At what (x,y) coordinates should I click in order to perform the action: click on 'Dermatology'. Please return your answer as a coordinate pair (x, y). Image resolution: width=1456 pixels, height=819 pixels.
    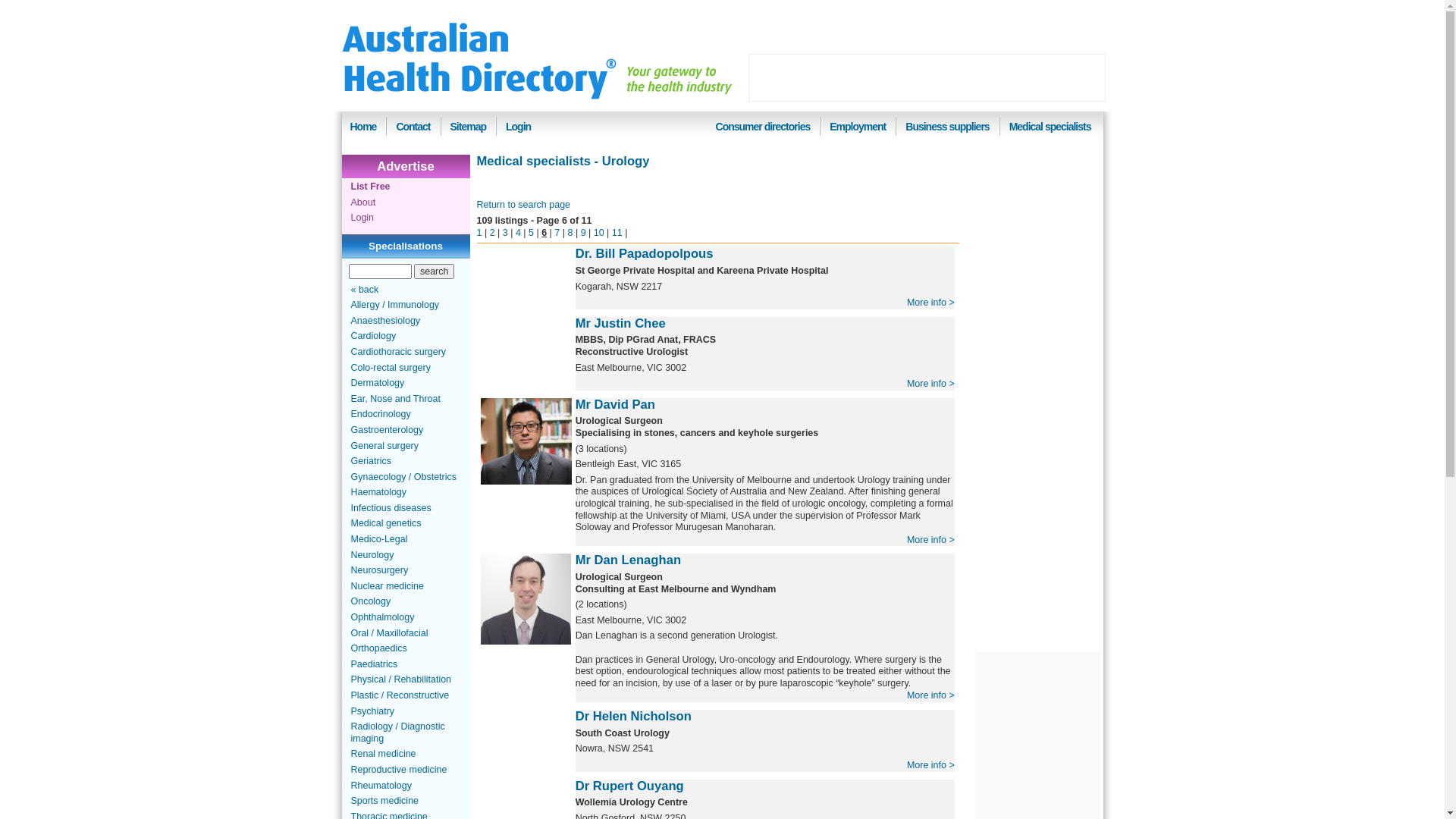
    Looking at the image, I should click on (377, 382).